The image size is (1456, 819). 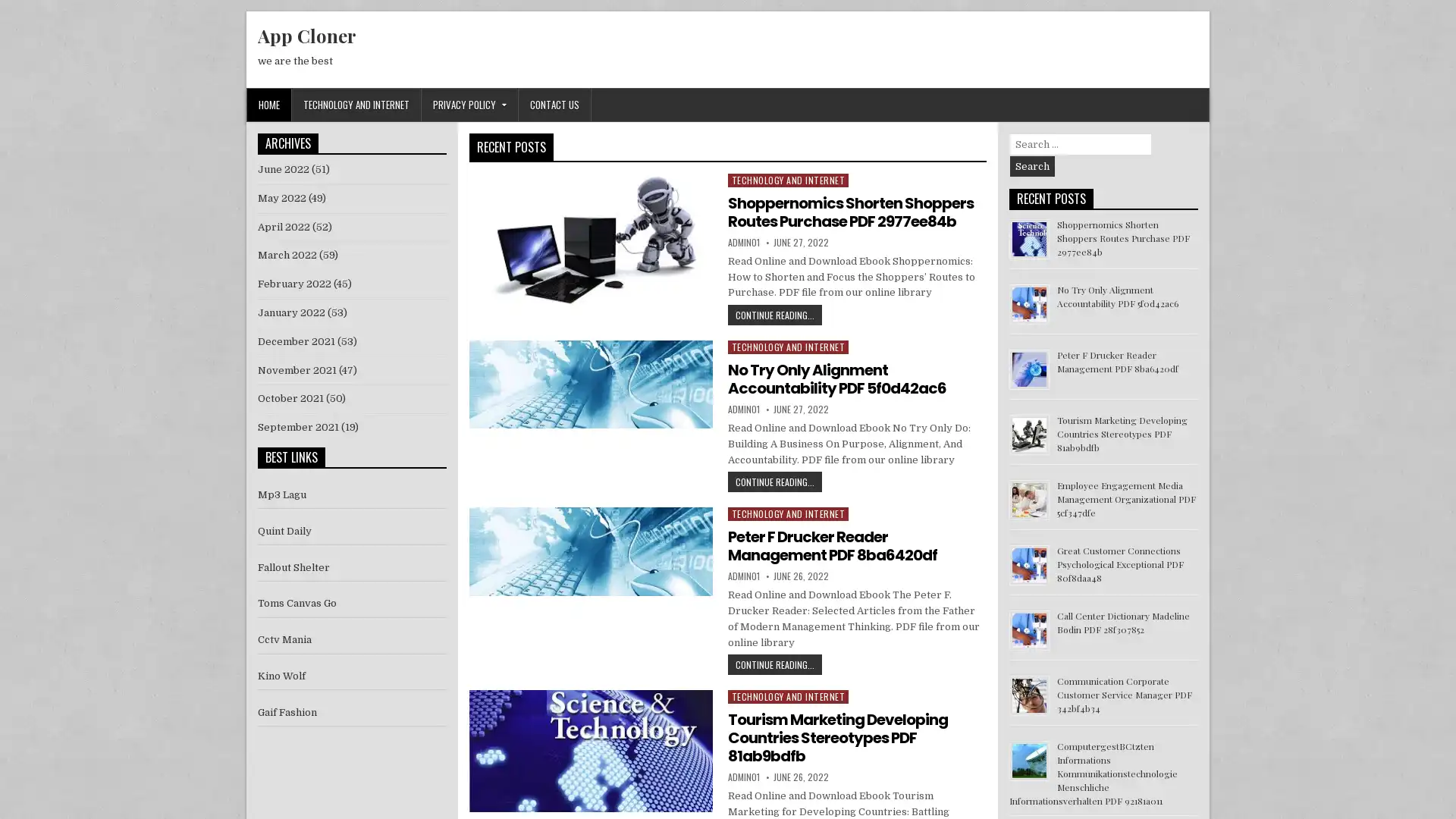 I want to click on Search, so click(x=1031, y=166).